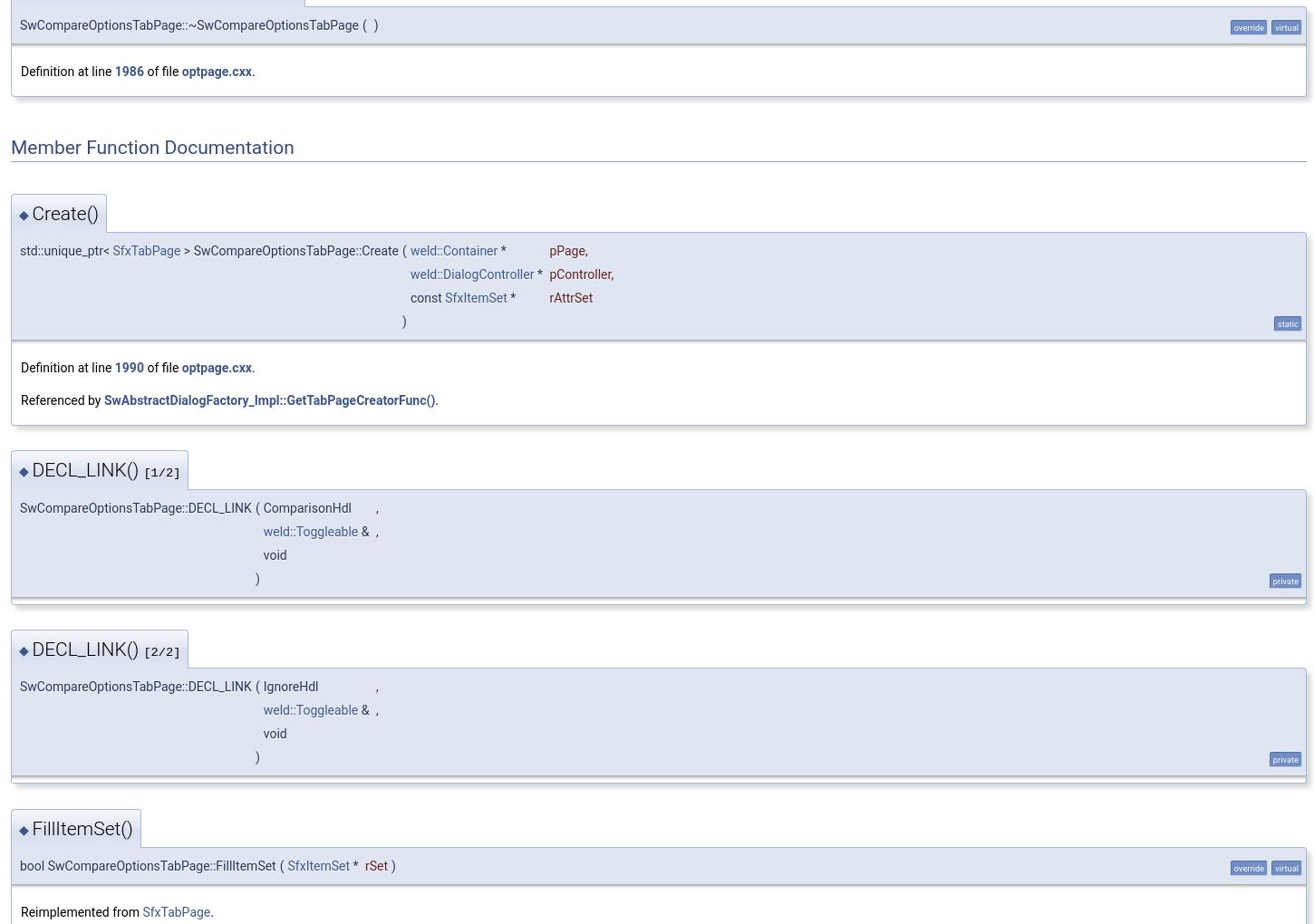 This screenshot has width=1314, height=924. Describe the element at coordinates (308, 506) in the screenshot. I see `'ComparisonHdl'` at that location.